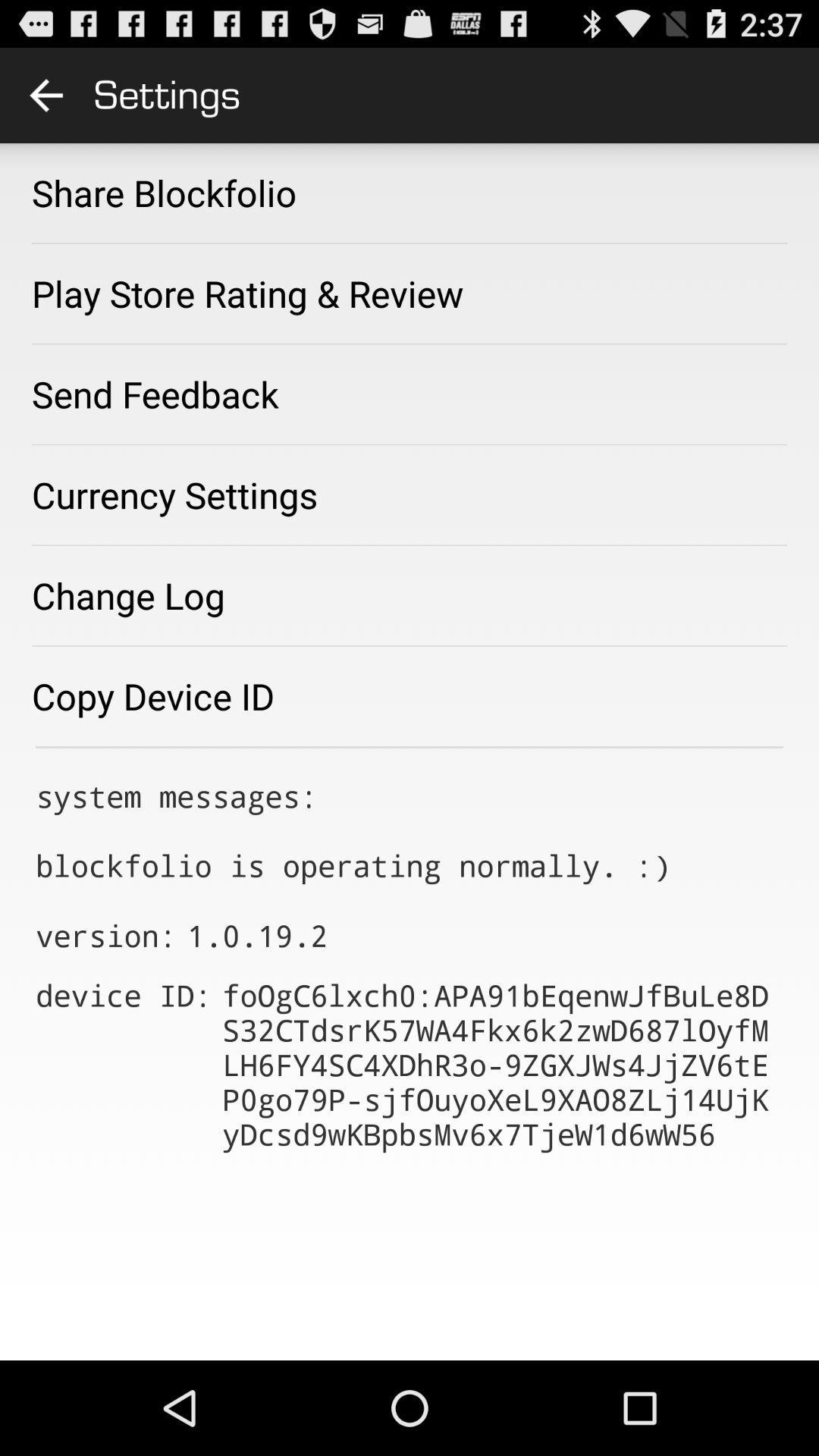  I want to click on the app next to version: icon, so click(256, 934).